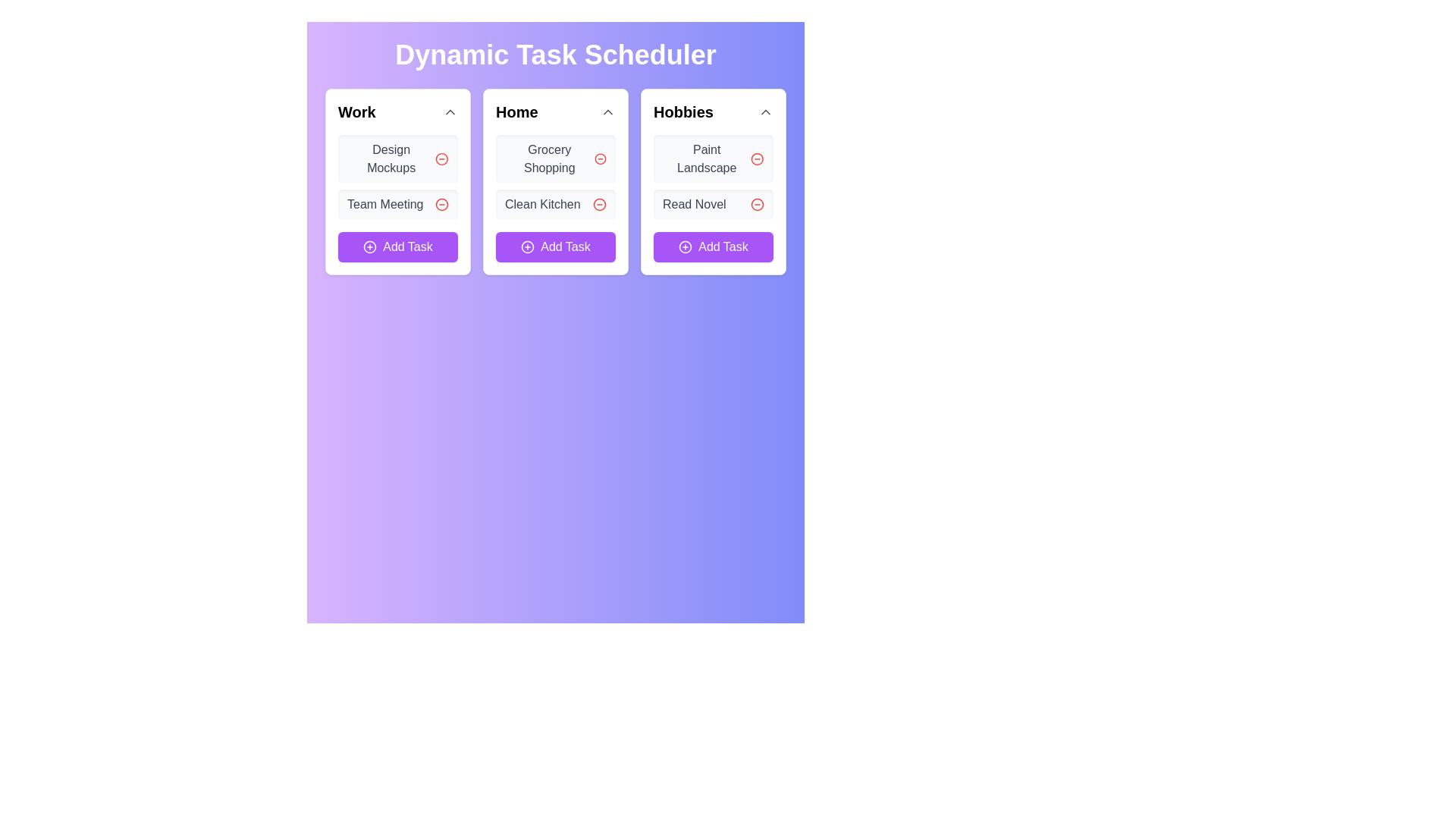 The width and height of the screenshot is (1456, 819). Describe the element at coordinates (370, 246) in the screenshot. I see `the decorative icon (SVG) located to the left of the 'Add Task' button in the bottom section of the 'Work' column` at that location.